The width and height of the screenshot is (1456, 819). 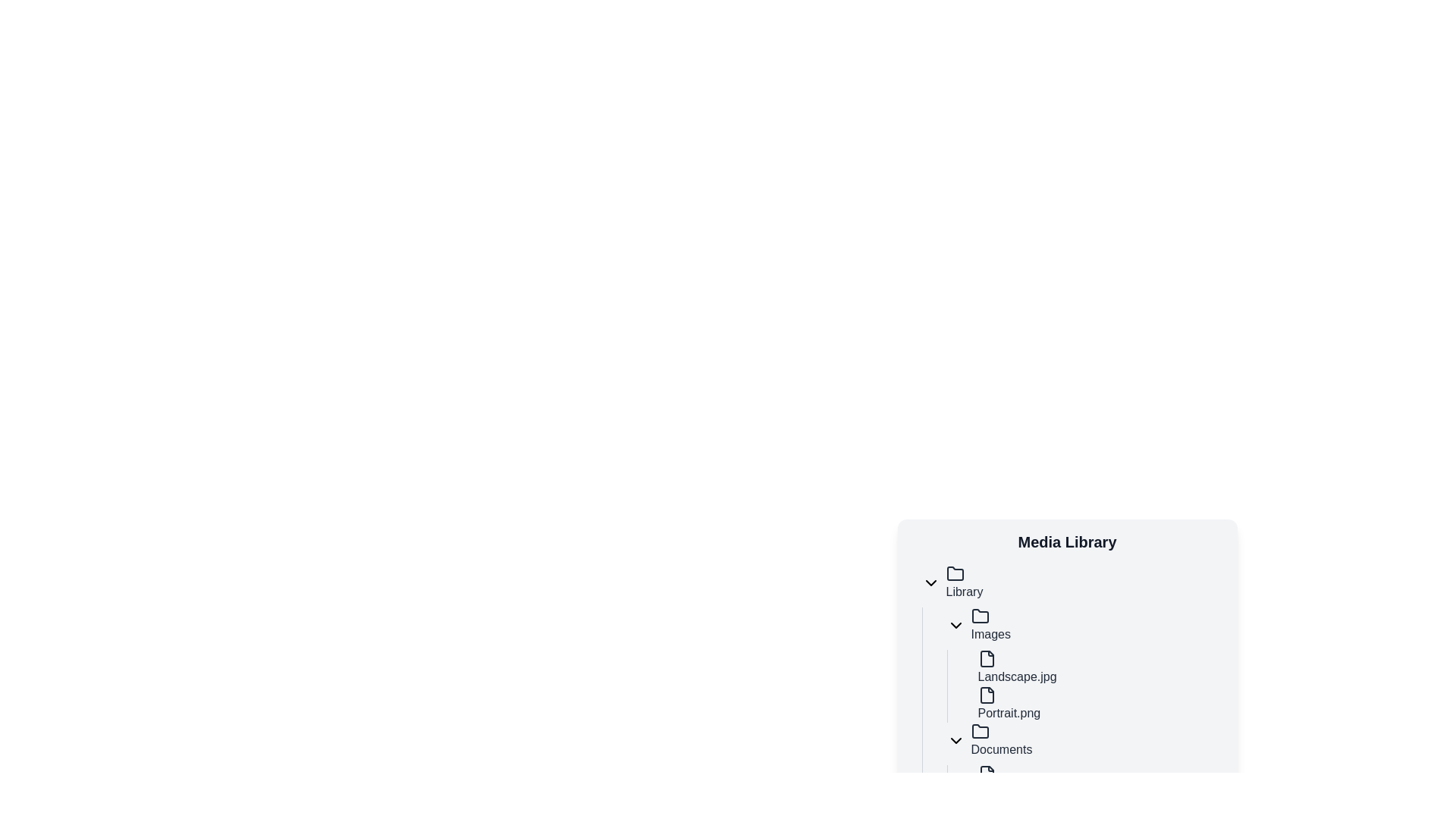 What do you see at coordinates (955, 626) in the screenshot?
I see `the icon located to the left of the 'Images' label in the navigation tree` at bounding box center [955, 626].